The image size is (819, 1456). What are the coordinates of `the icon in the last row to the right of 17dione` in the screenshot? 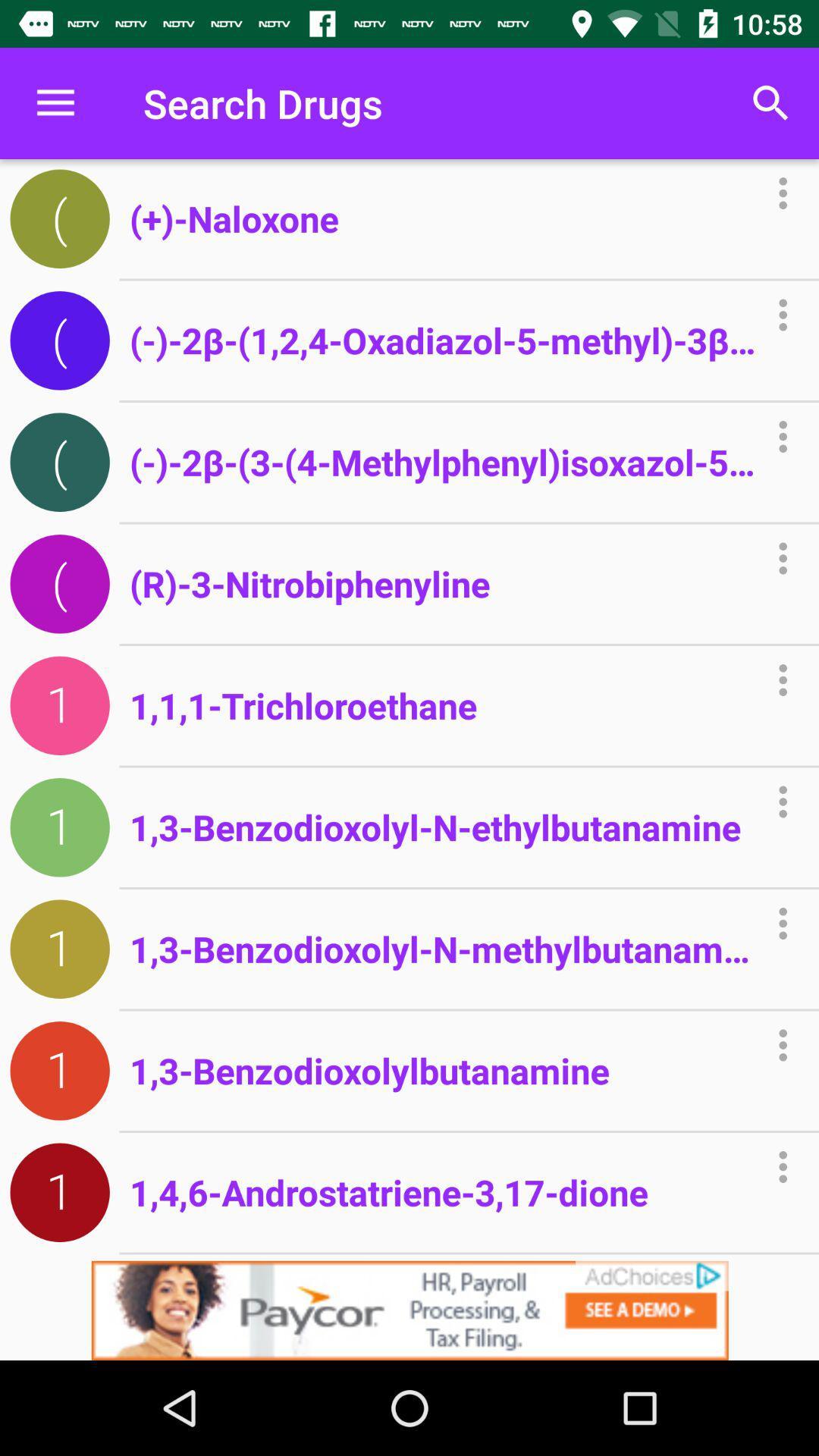 It's located at (783, 1166).